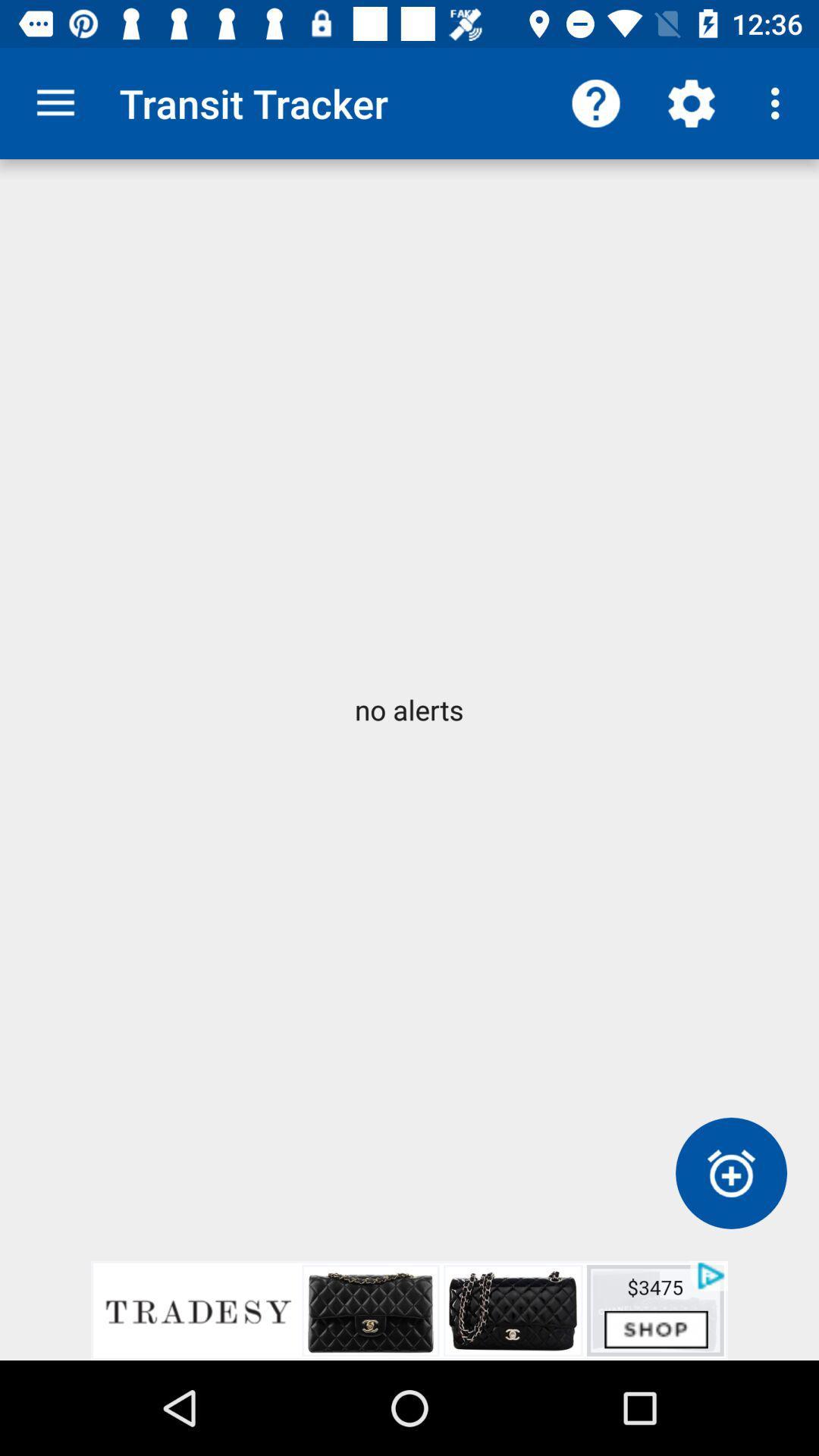 The image size is (819, 1456). Describe the element at coordinates (730, 1172) in the screenshot. I see `the time icon` at that location.